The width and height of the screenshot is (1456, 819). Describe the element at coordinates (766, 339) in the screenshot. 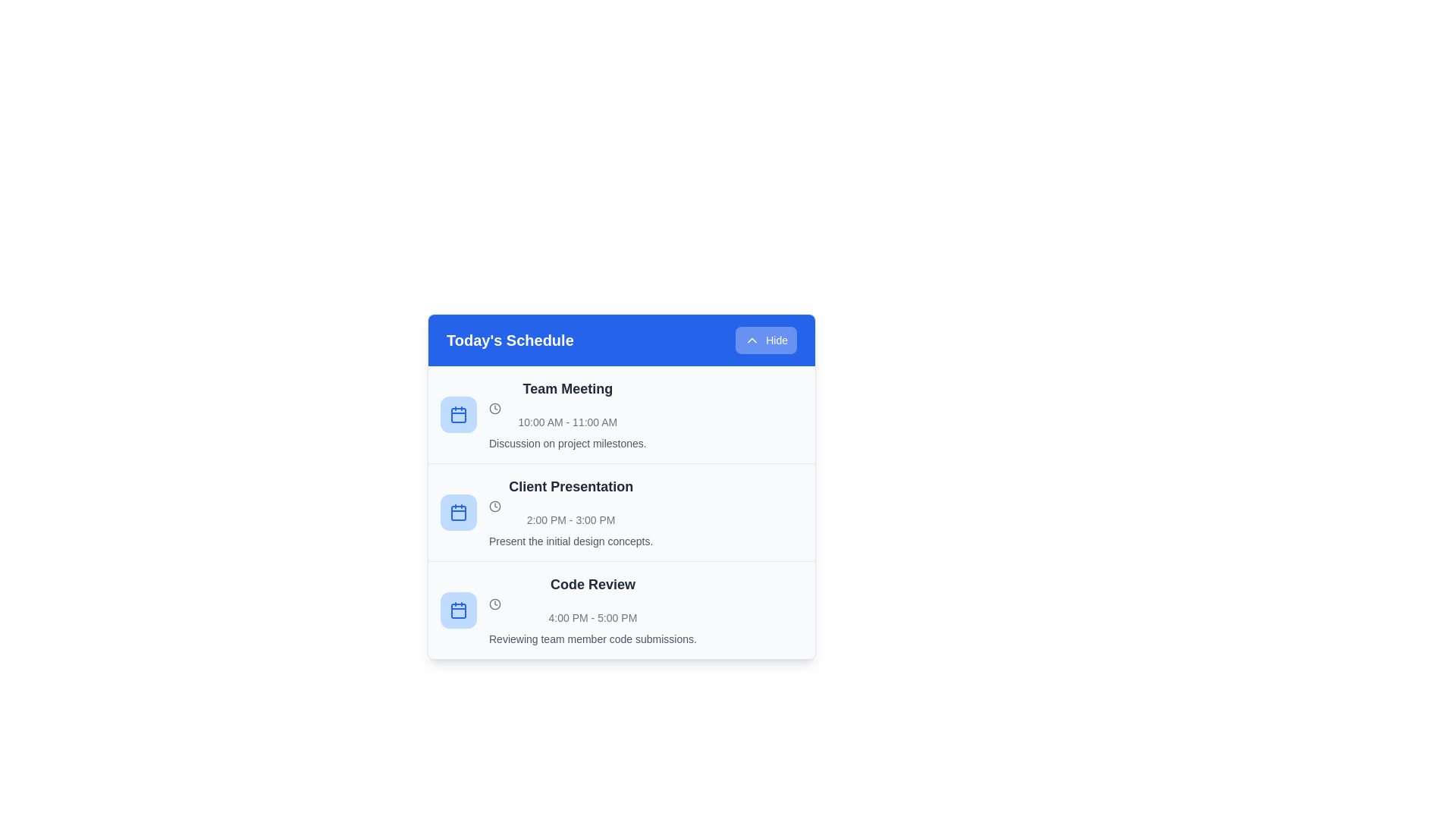

I see `the button located in the top-right corner of the blue bar labeled 'Today's Schedule'` at that location.